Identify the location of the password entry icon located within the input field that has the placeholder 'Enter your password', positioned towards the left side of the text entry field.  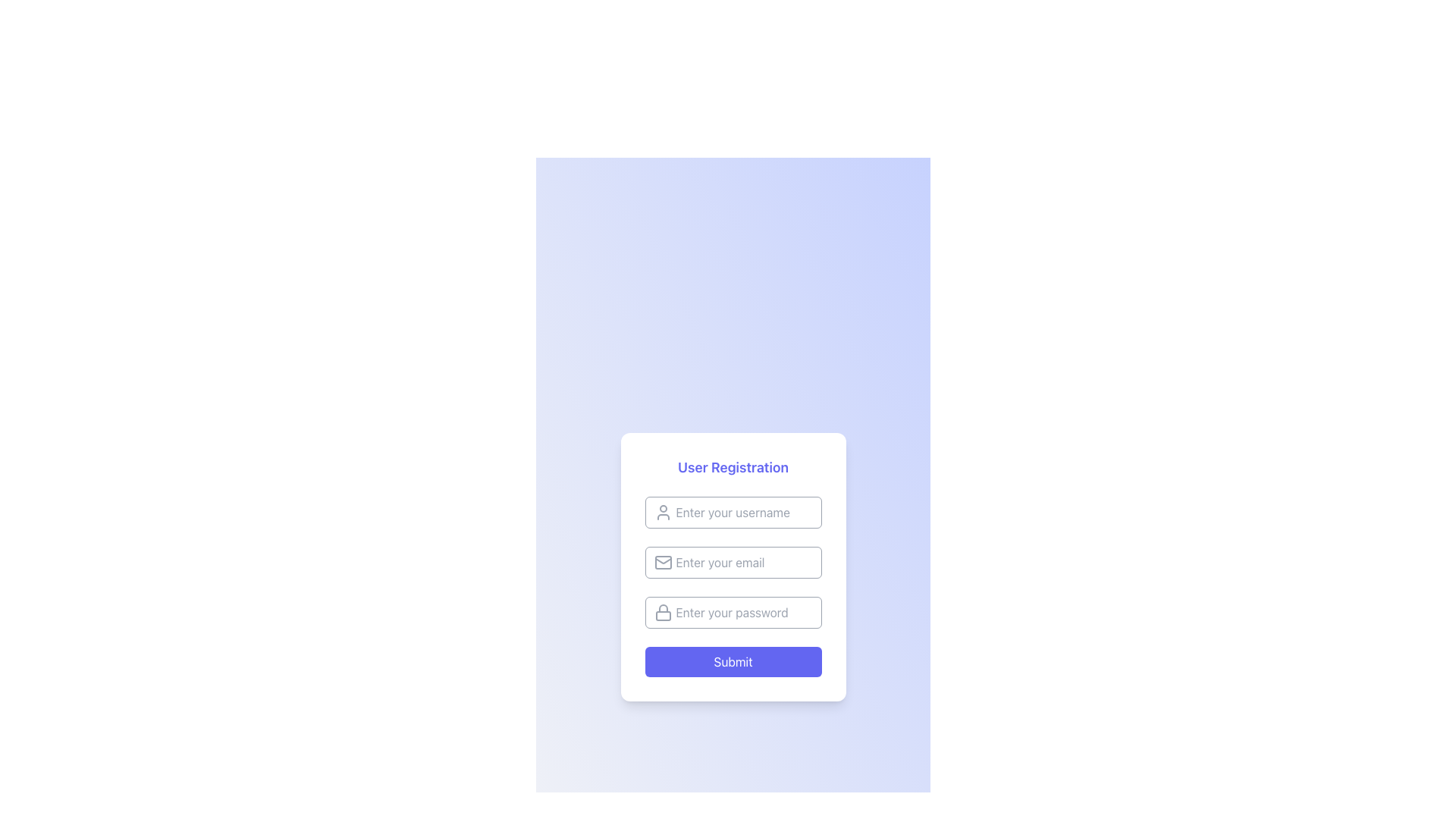
(663, 607).